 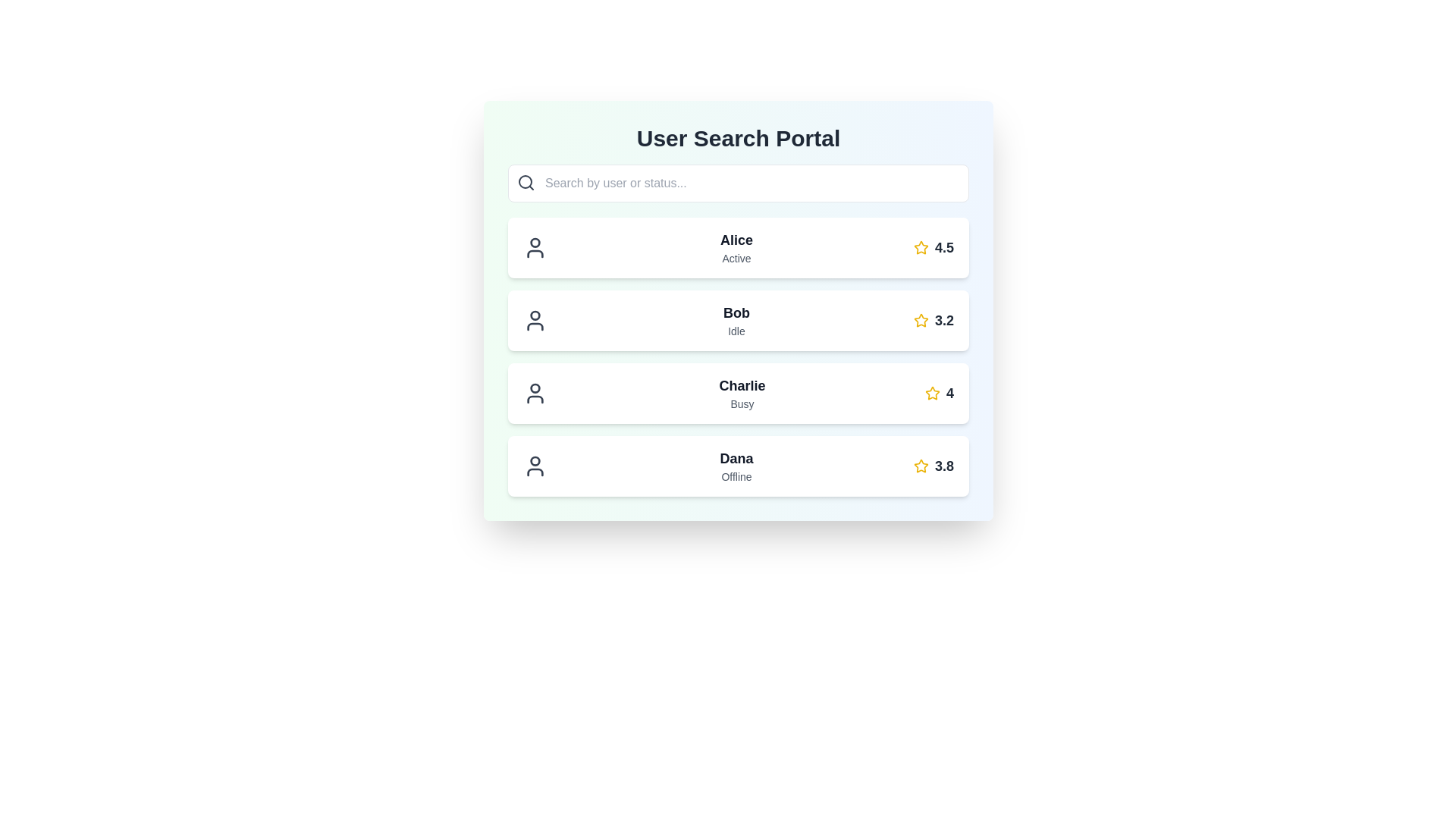 What do you see at coordinates (742, 403) in the screenshot?
I see `the status indicator text label for user 'Charlie', which displays 'Busy' beneath the name 'Charlie' in the user list` at bounding box center [742, 403].